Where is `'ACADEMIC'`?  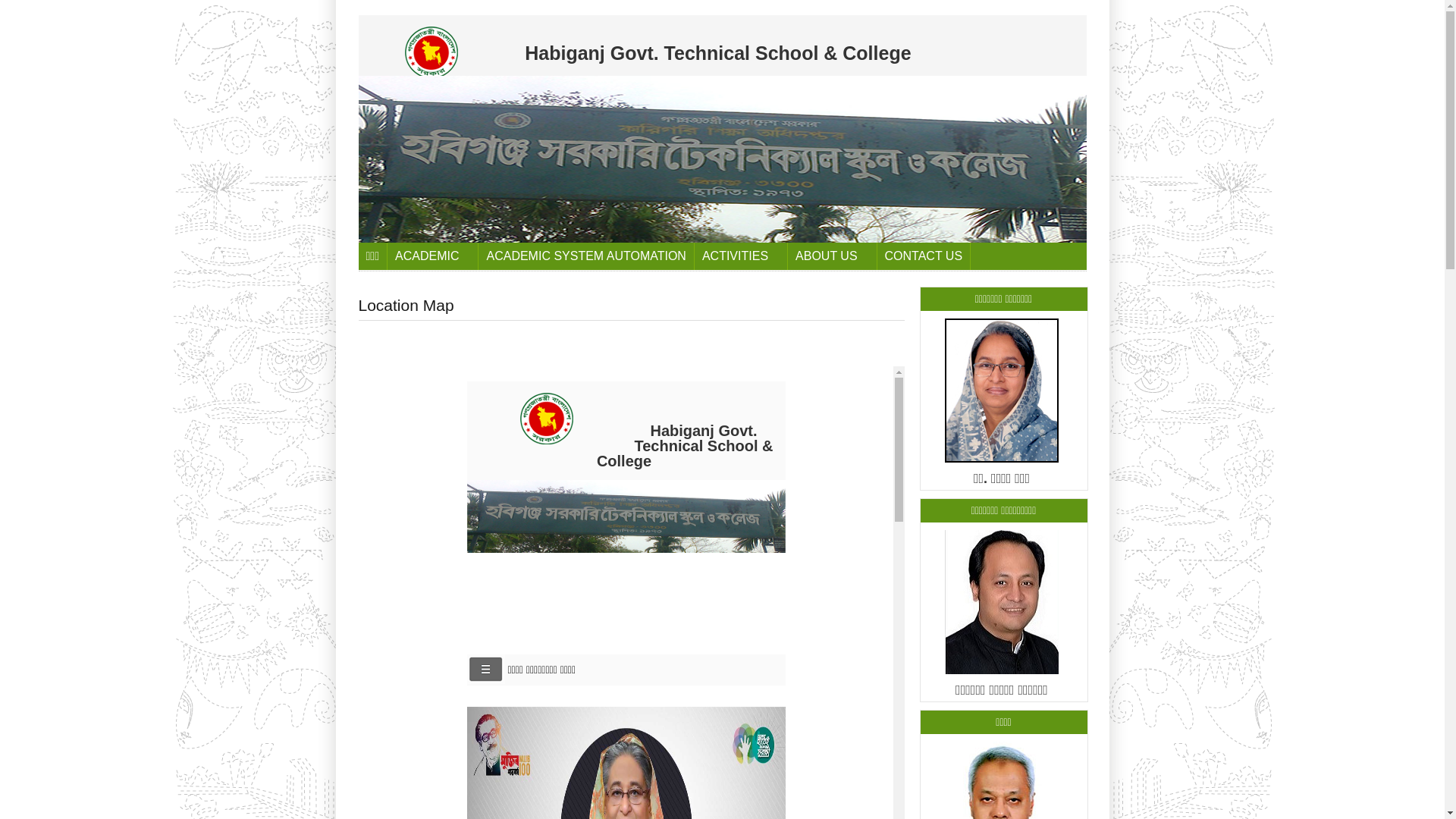 'ACADEMIC' is located at coordinates (432, 256).